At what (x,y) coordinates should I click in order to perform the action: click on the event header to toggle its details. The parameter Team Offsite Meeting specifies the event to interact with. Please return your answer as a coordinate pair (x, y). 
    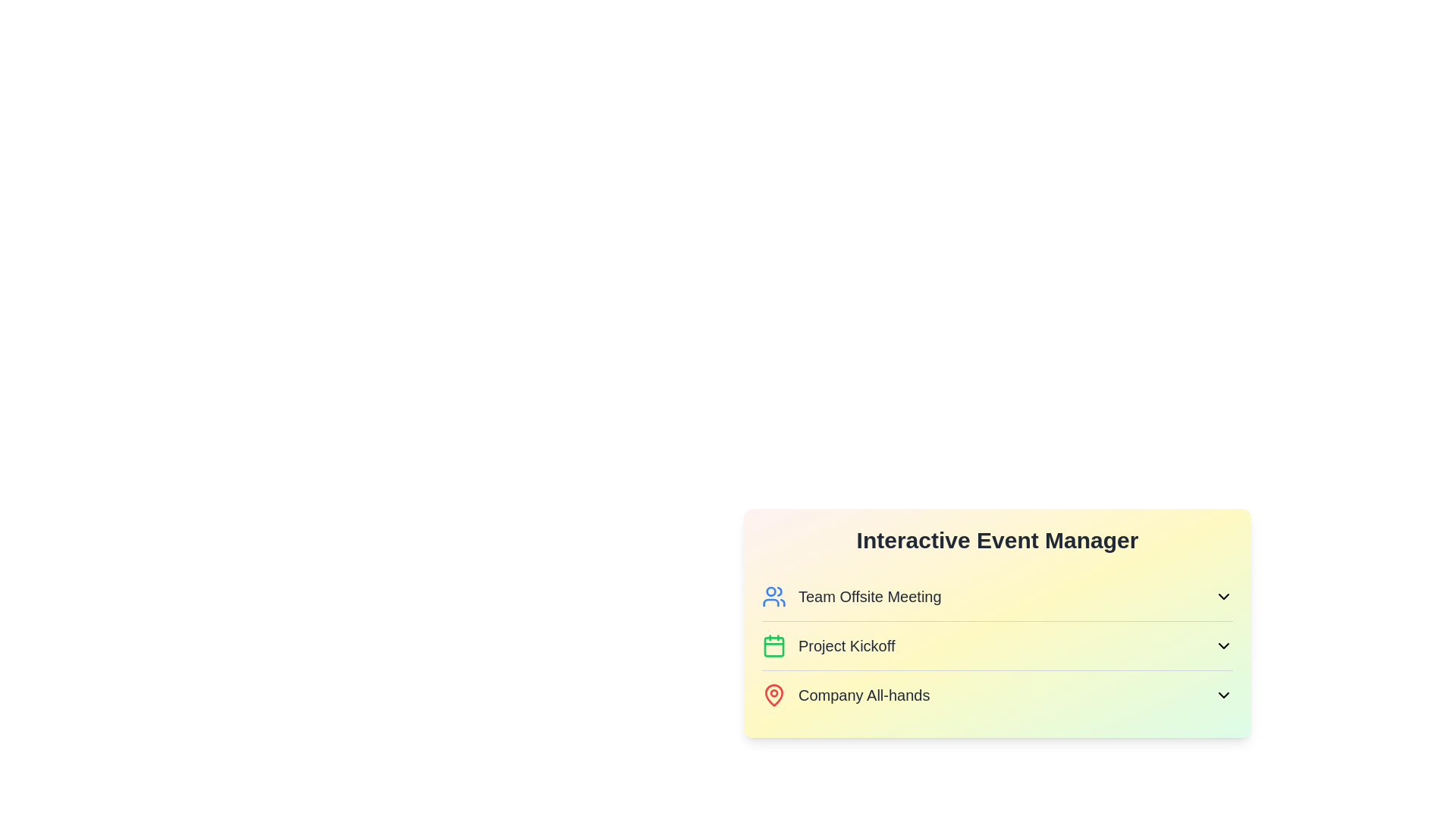
    Looking at the image, I should click on (997, 595).